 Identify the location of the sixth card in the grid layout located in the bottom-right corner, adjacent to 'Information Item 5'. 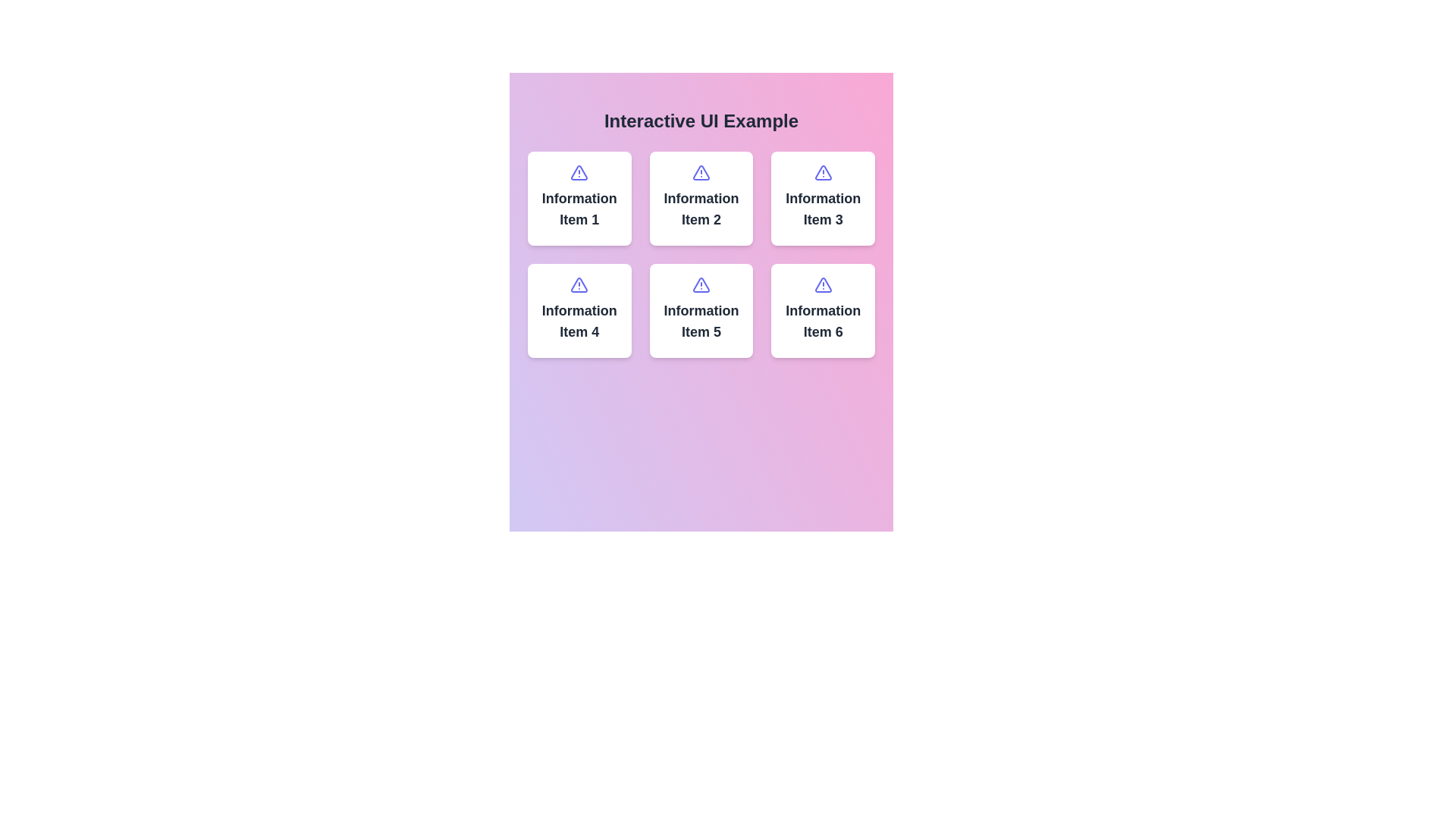
(822, 309).